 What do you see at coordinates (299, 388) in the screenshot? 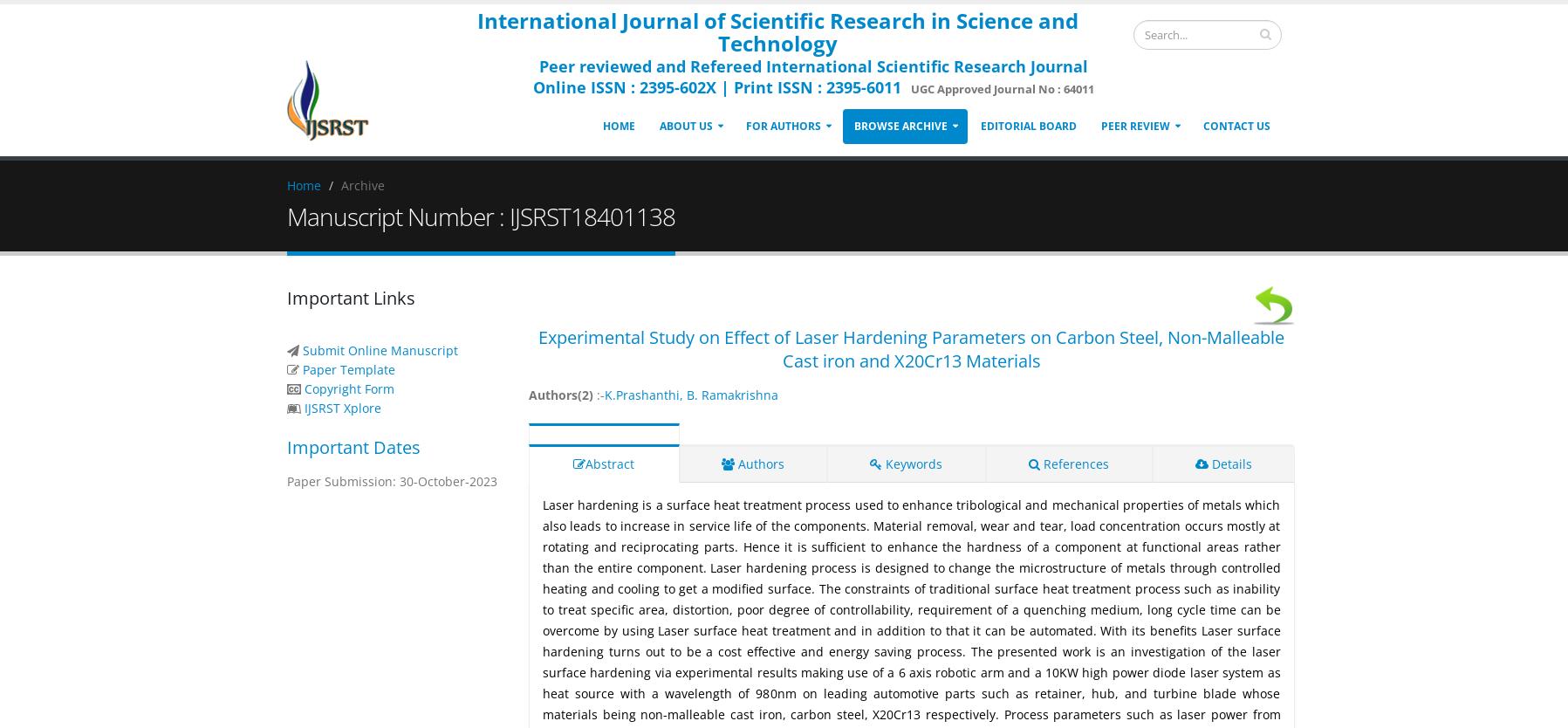
I see `'Copyright Form'` at bounding box center [299, 388].